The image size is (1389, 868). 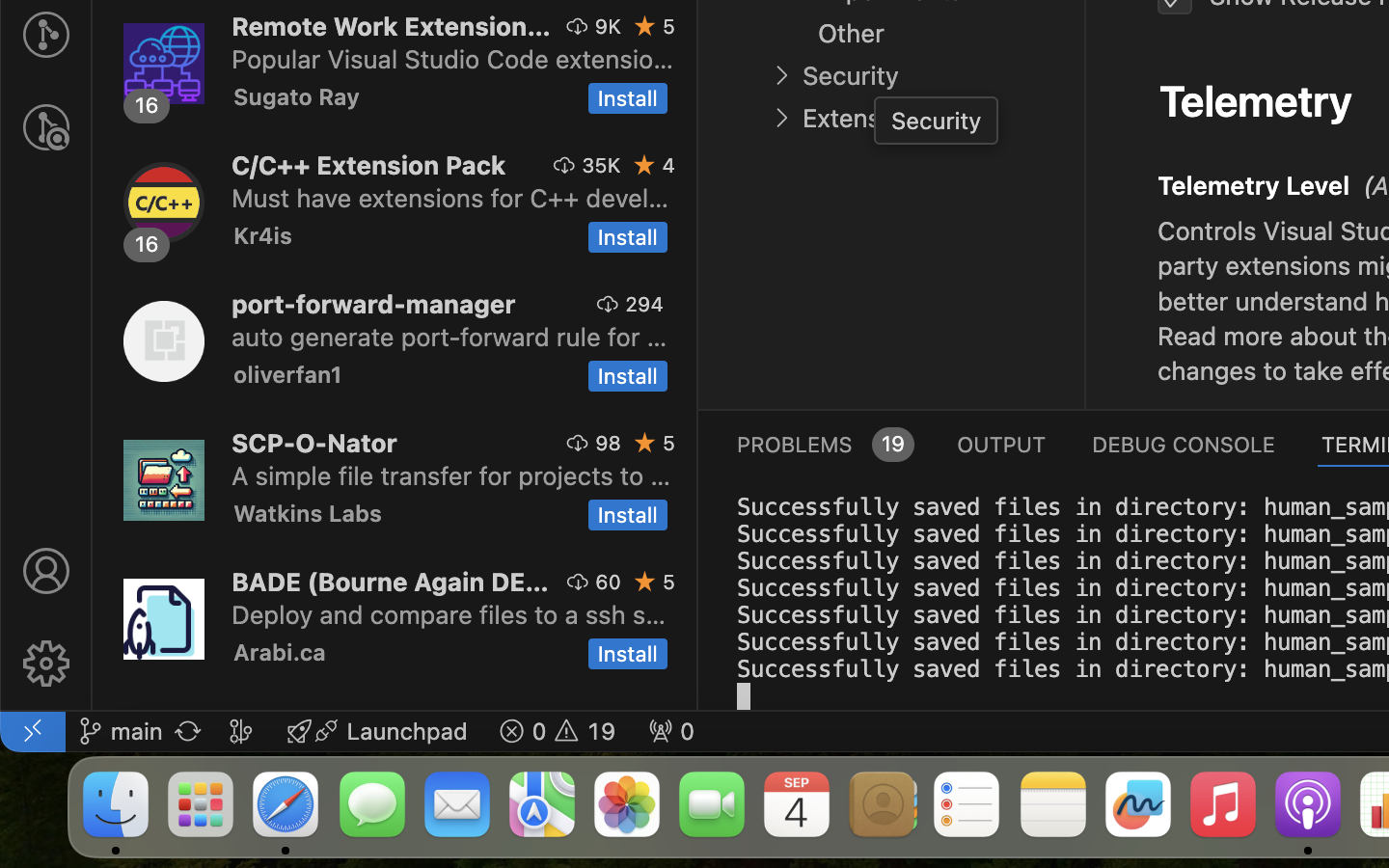 What do you see at coordinates (372, 303) in the screenshot?
I see `'port-forward-manager'` at bounding box center [372, 303].